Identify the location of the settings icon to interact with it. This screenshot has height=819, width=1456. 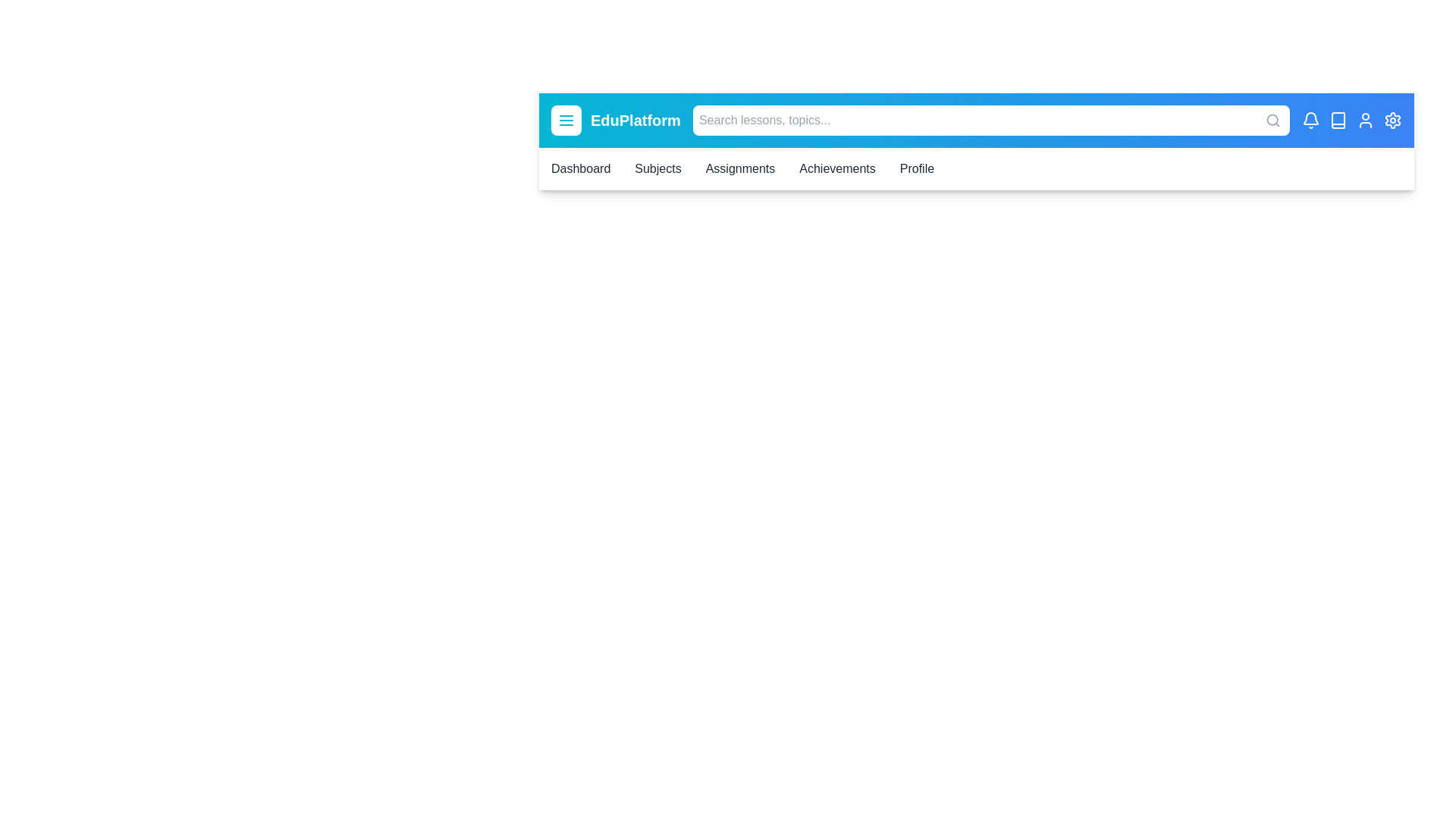
(1393, 119).